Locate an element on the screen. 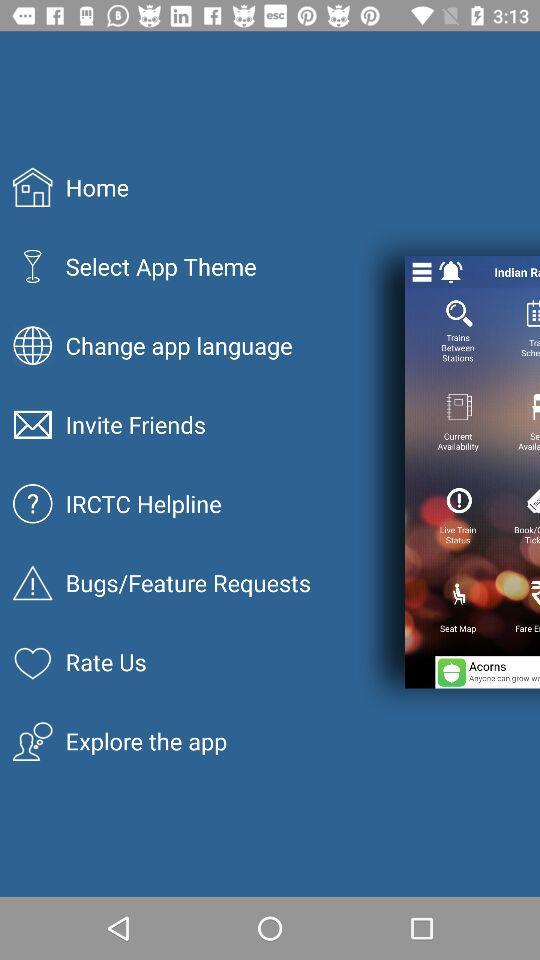 The image size is (540, 960). the icon which is left side of the change app language is located at coordinates (31, 345).